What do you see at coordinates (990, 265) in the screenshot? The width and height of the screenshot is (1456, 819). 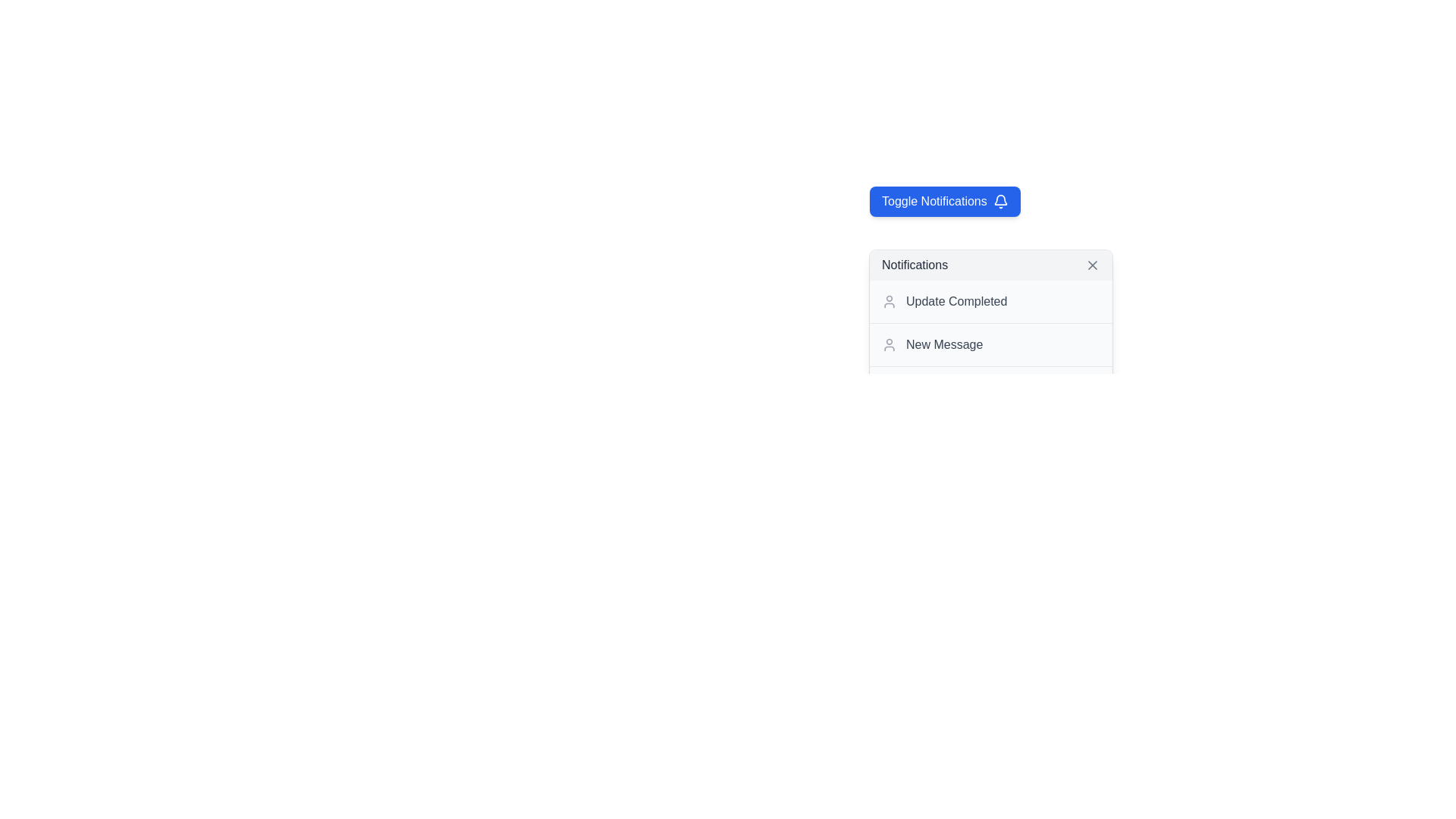 I see `the 'Notifications' title bar component, which has a light gray background and a close button on the right` at bounding box center [990, 265].